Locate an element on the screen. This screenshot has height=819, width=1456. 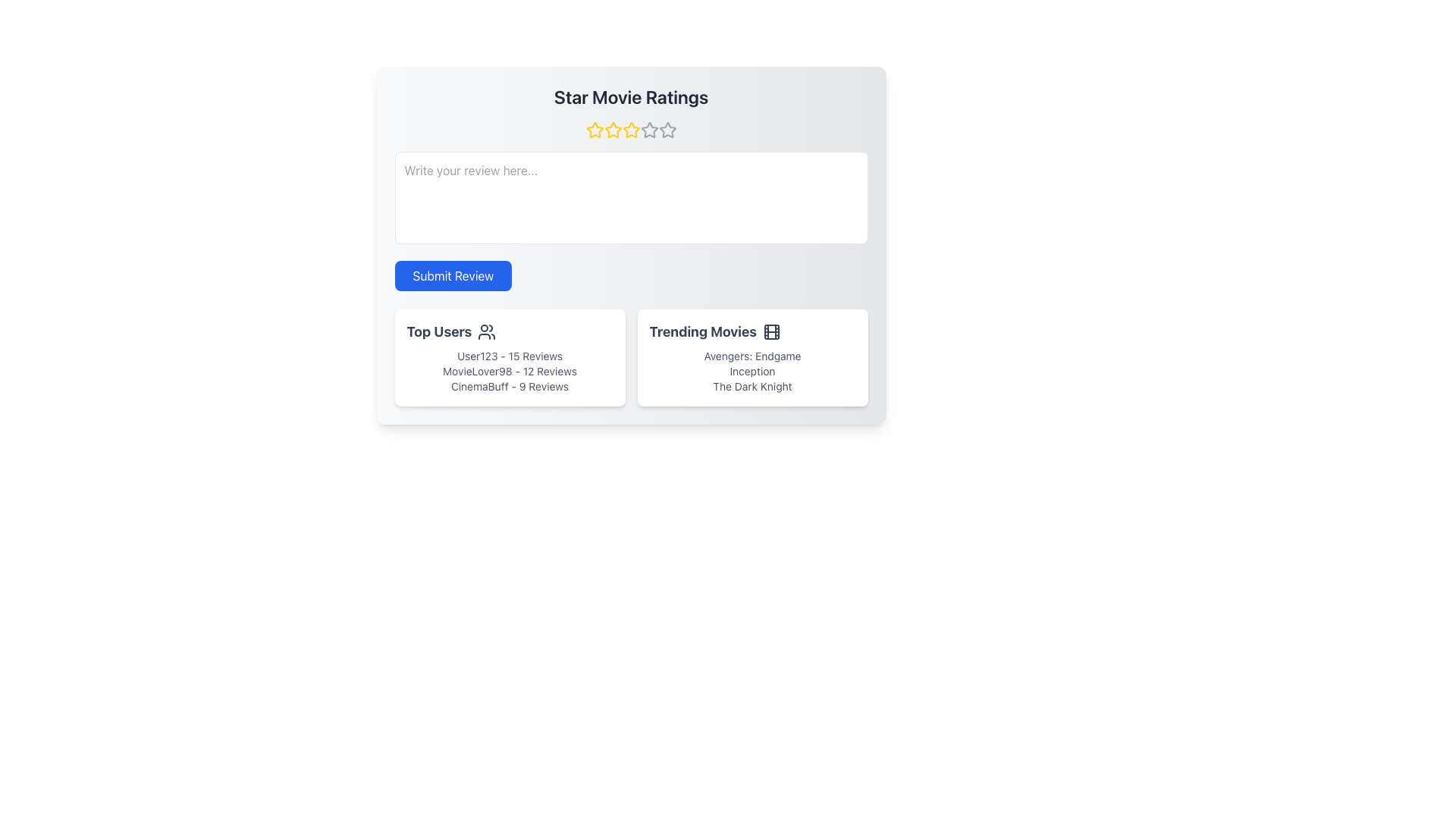
the second star icon in the star rating section to rate the item with two stars is located at coordinates (631, 129).